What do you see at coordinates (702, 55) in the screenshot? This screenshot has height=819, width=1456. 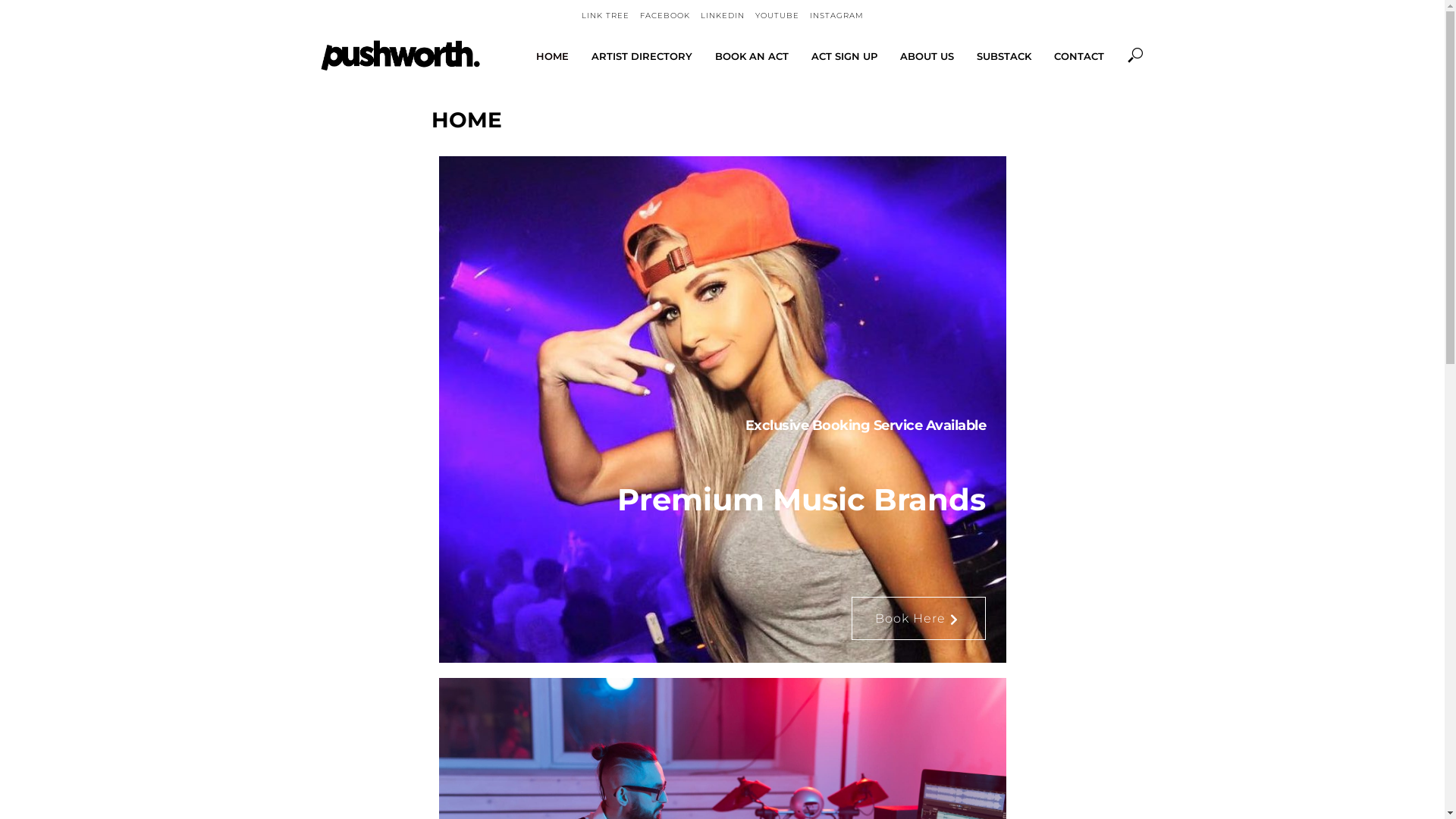 I see `'BOOK AN ACT'` at bounding box center [702, 55].